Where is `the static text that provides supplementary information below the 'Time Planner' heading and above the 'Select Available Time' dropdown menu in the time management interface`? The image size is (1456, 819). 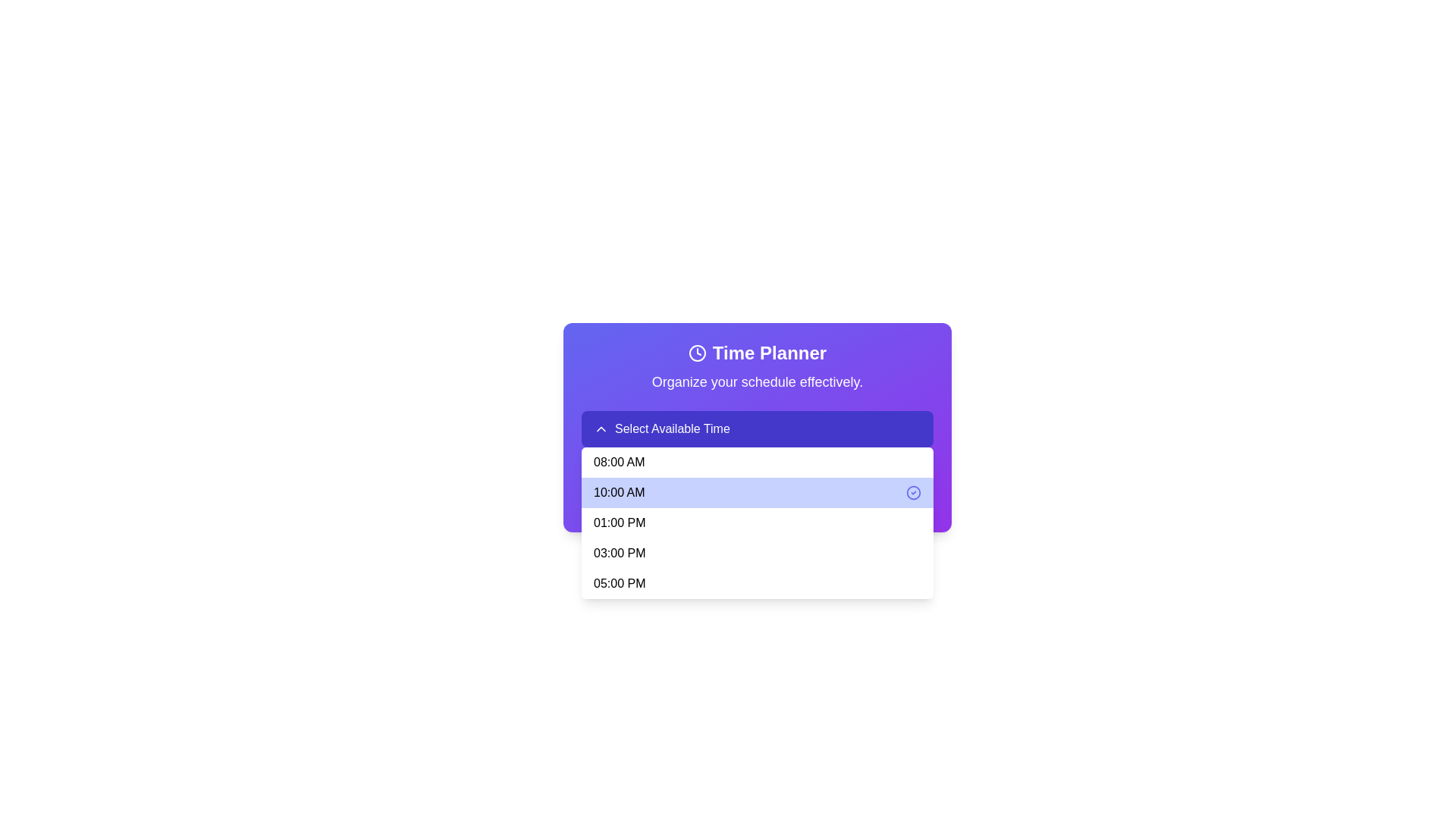
the static text that provides supplementary information below the 'Time Planner' heading and above the 'Select Available Time' dropdown menu in the time management interface is located at coordinates (757, 381).